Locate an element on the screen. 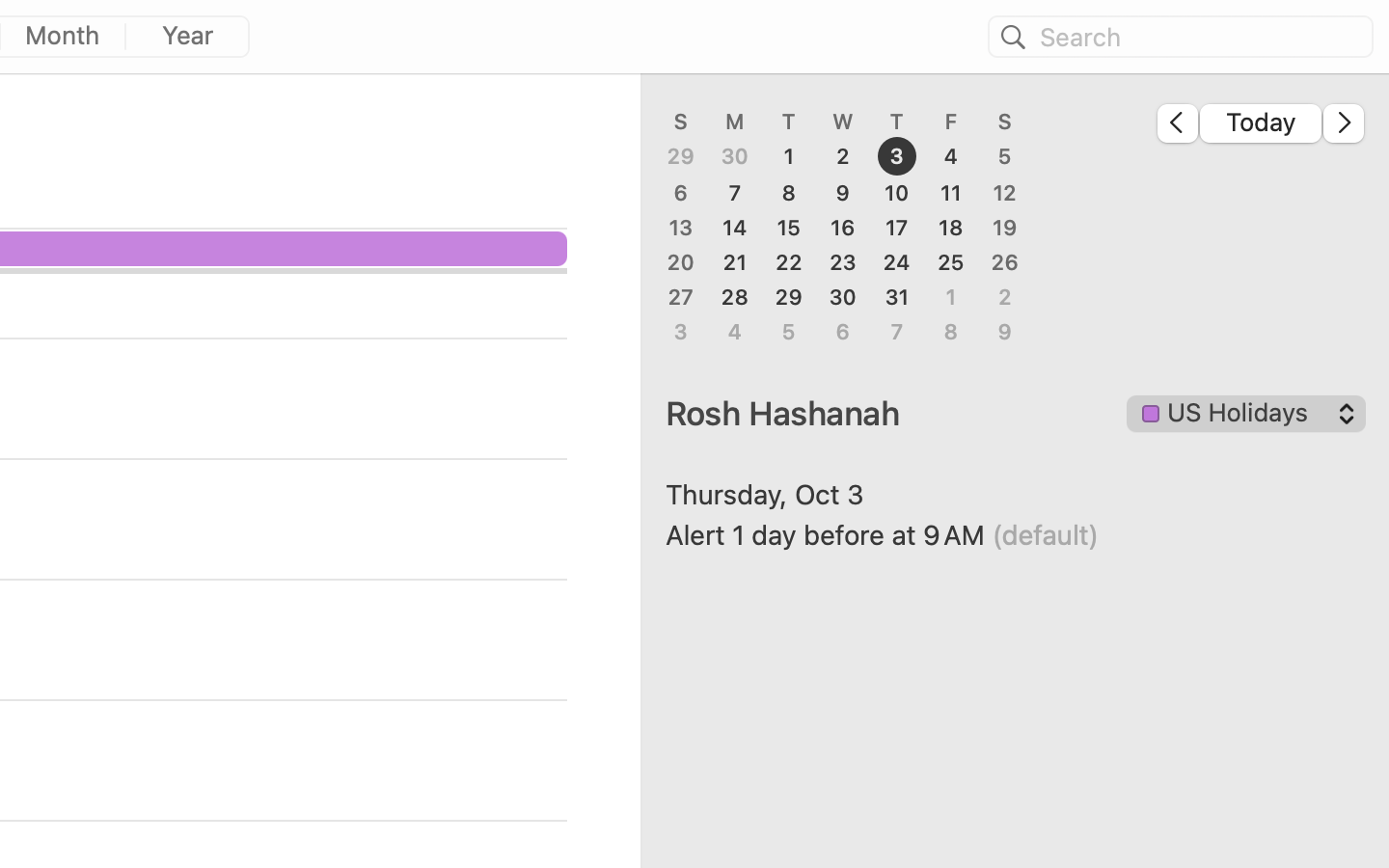 The width and height of the screenshot is (1389, 868). '22' is located at coordinates (789, 260).